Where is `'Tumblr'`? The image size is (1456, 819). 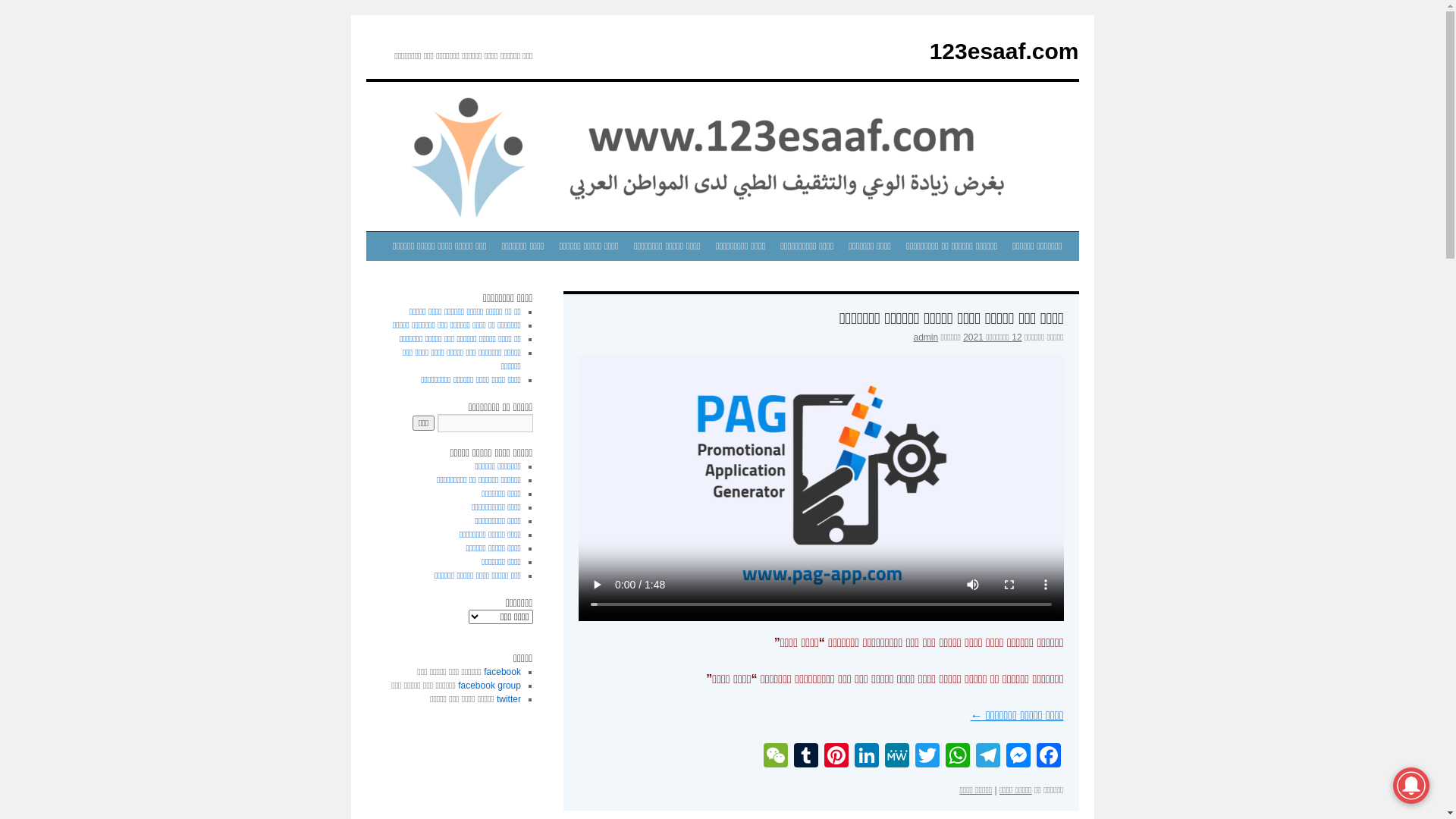 'Tumblr' is located at coordinates (804, 757).